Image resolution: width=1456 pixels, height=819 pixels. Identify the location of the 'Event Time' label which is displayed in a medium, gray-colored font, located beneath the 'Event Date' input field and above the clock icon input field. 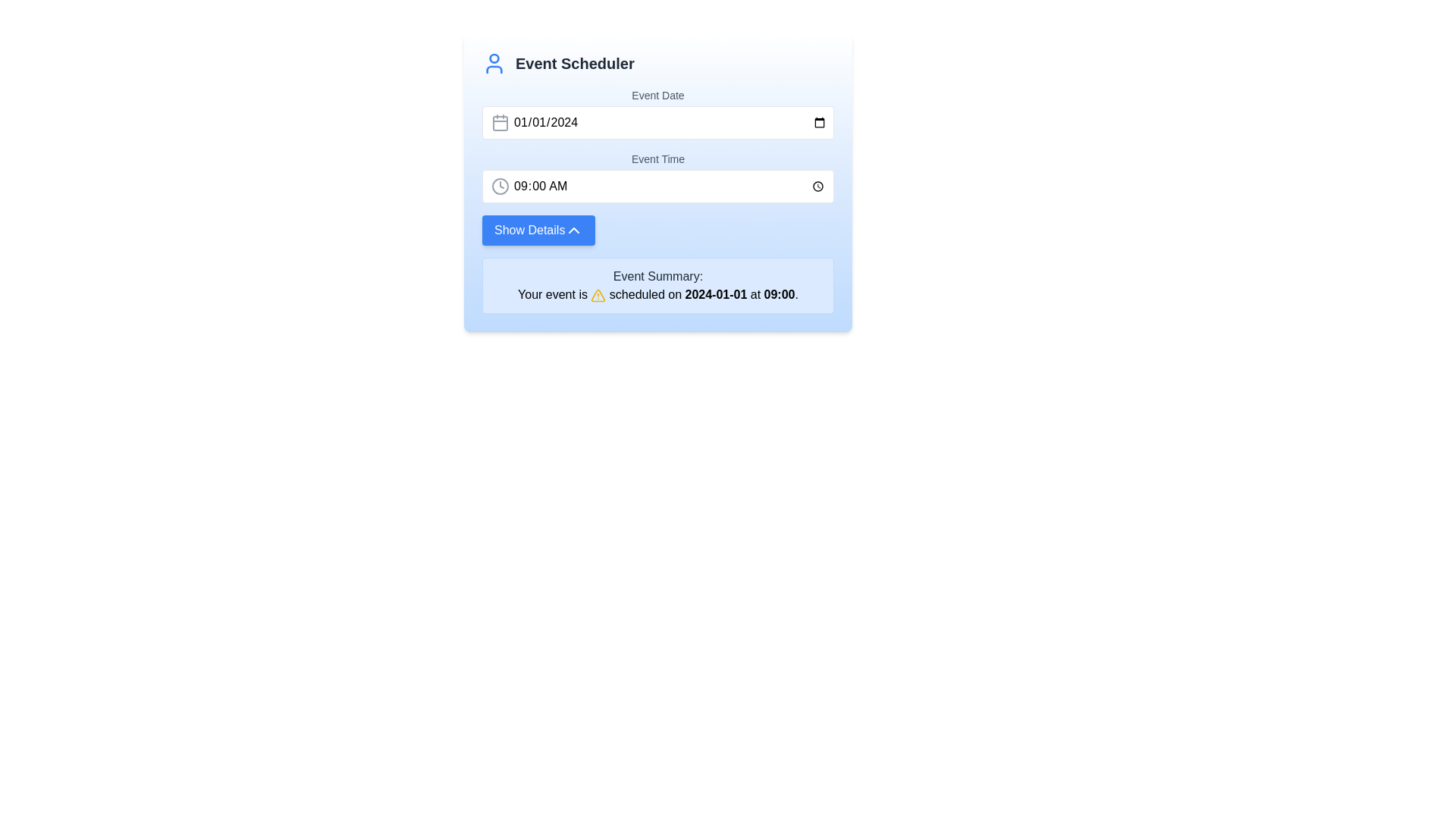
(658, 158).